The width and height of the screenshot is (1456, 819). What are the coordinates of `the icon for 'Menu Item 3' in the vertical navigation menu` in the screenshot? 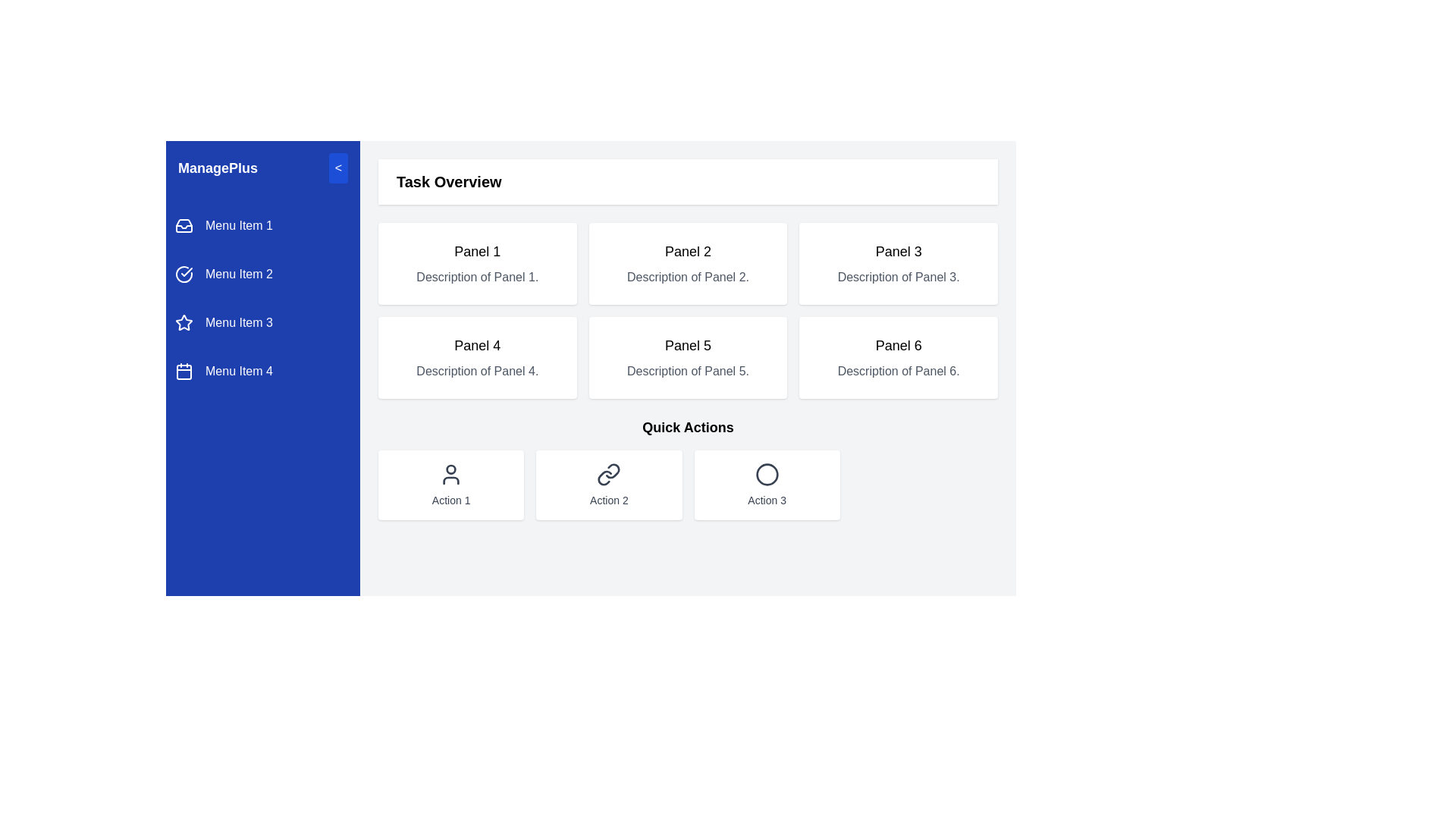 It's located at (184, 322).